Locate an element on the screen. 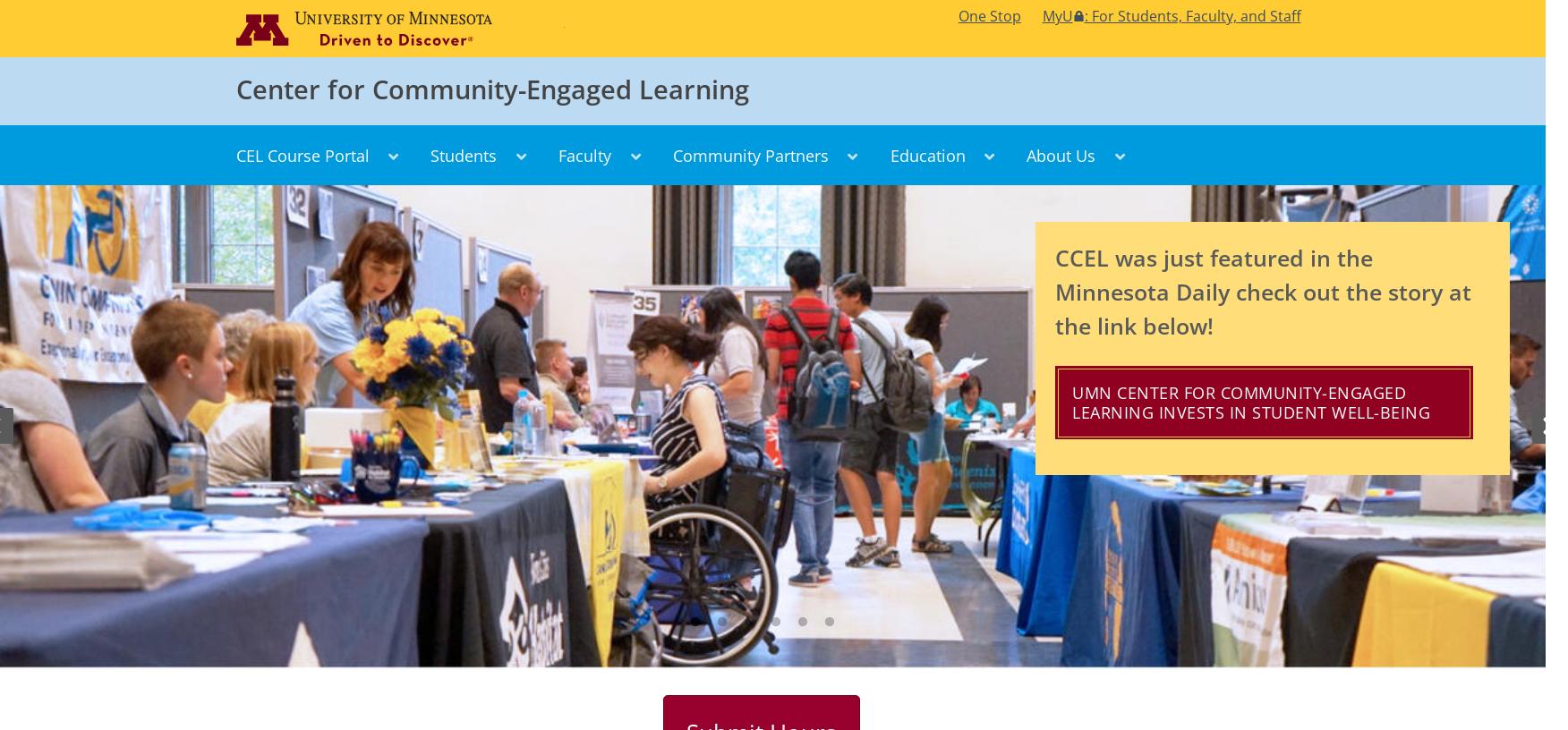 This screenshot has height=730, width=1568. 'CEL Course Portal' is located at coordinates (302, 154).